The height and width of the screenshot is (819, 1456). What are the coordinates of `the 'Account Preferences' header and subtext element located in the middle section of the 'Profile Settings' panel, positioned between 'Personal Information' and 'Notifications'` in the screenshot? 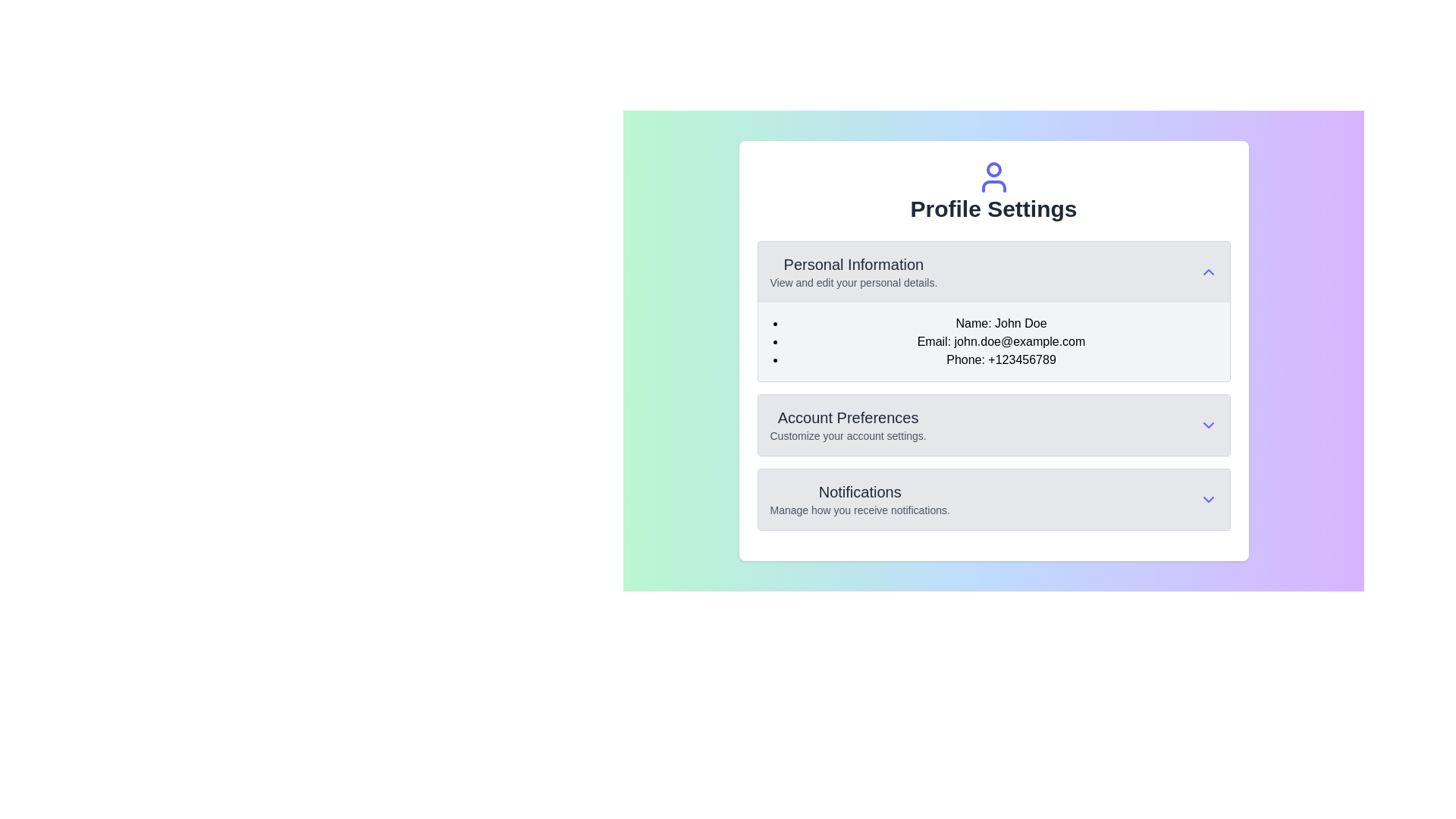 It's located at (847, 425).